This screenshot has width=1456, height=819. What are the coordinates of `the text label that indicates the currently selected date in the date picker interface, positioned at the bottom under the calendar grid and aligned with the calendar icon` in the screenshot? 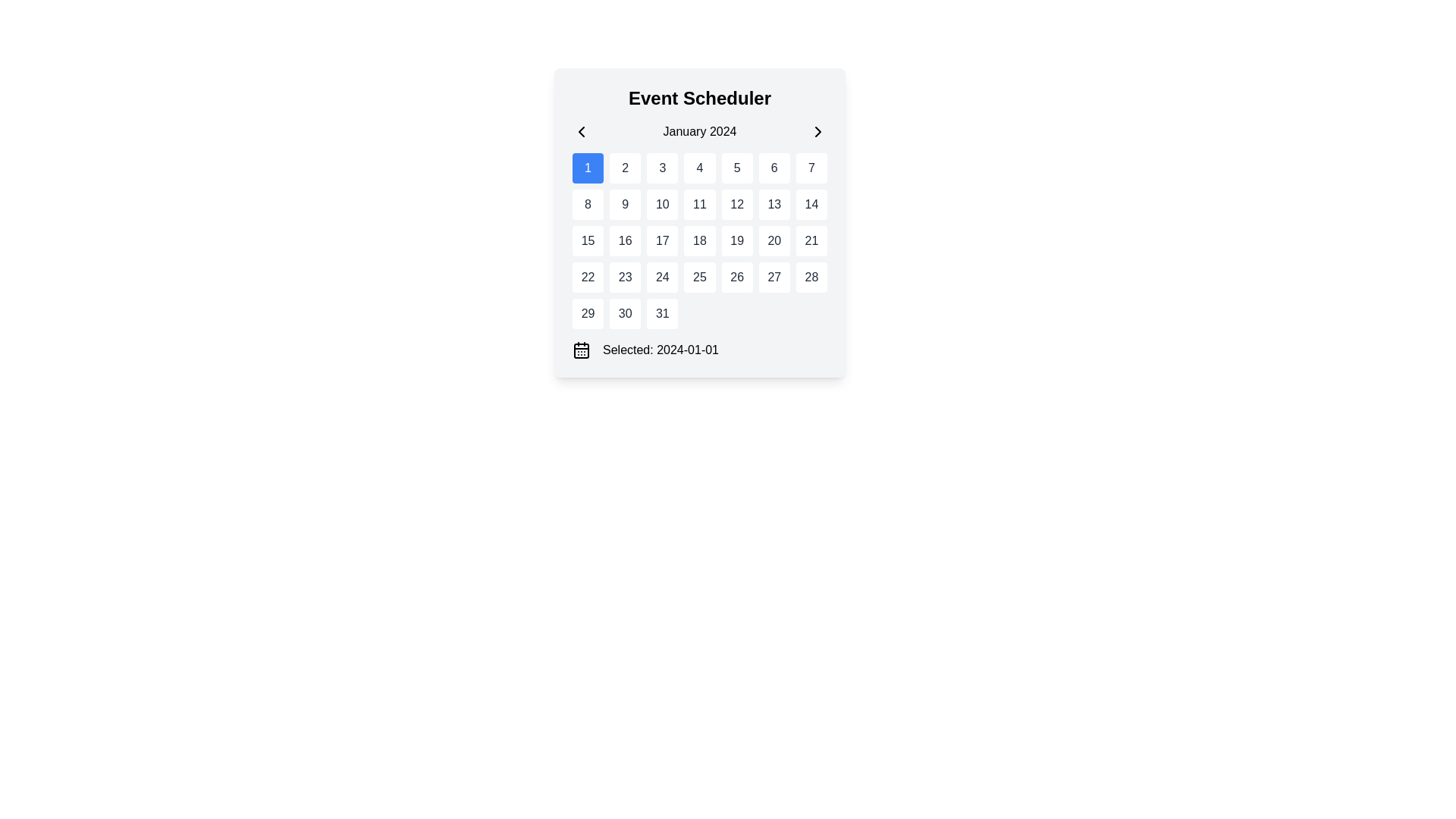 It's located at (661, 350).